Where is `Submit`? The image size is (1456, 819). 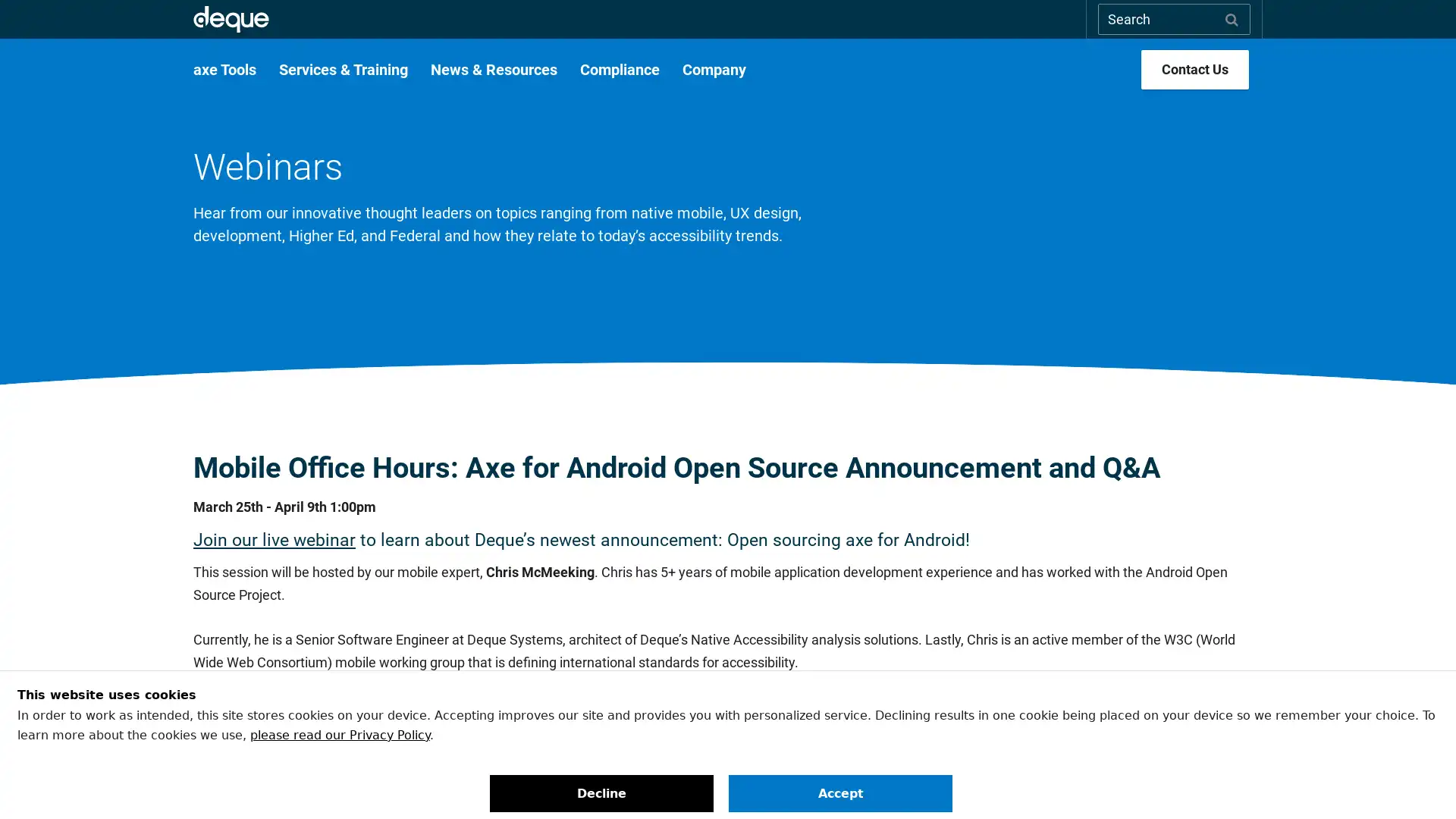
Submit is located at coordinates (1232, 18).